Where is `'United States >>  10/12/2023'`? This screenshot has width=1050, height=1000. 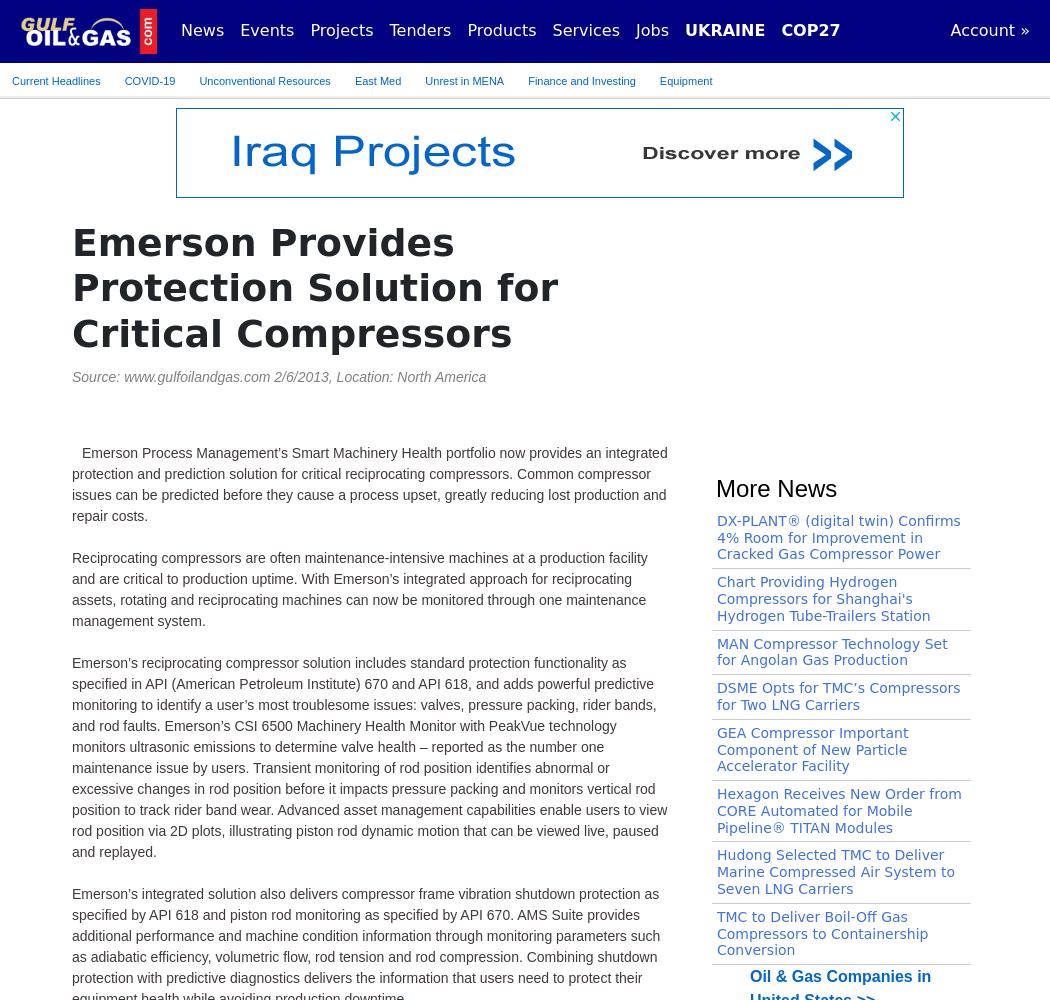
'United States >>  10/12/2023' is located at coordinates (209, 508).